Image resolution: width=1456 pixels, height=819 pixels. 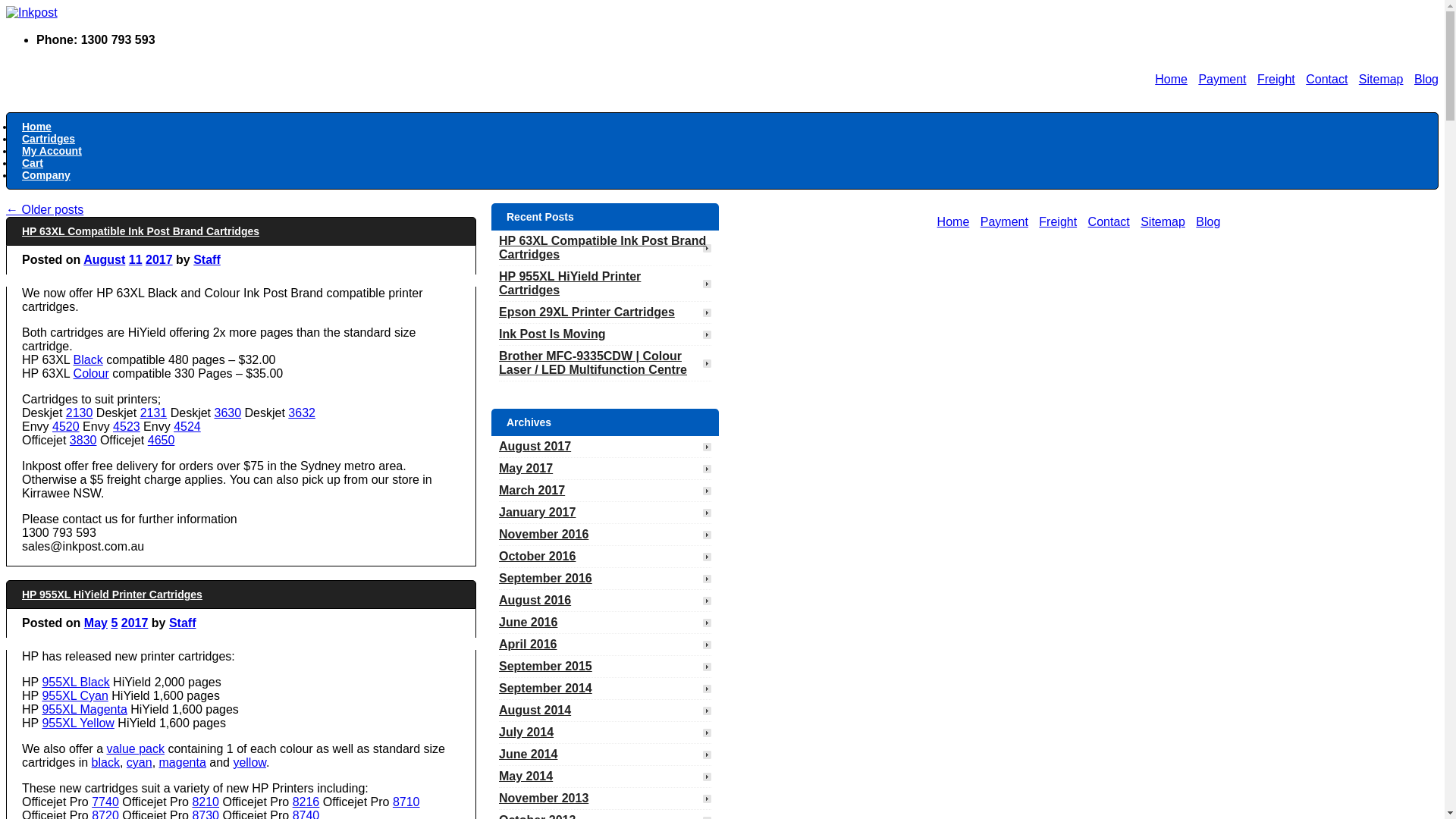 I want to click on 'Ink Post Is Moving', so click(x=498, y=333).